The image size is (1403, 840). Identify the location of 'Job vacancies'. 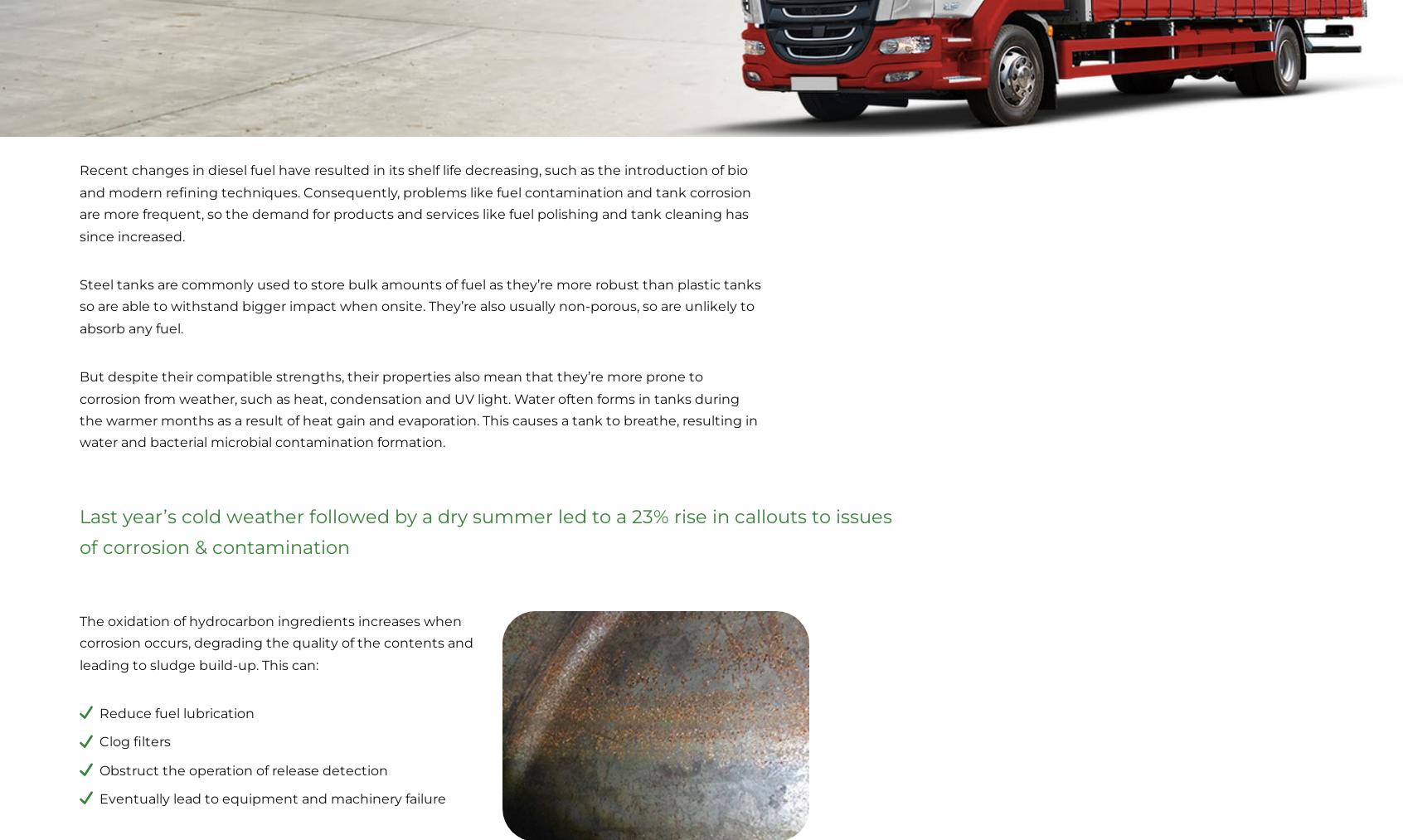
(758, 722).